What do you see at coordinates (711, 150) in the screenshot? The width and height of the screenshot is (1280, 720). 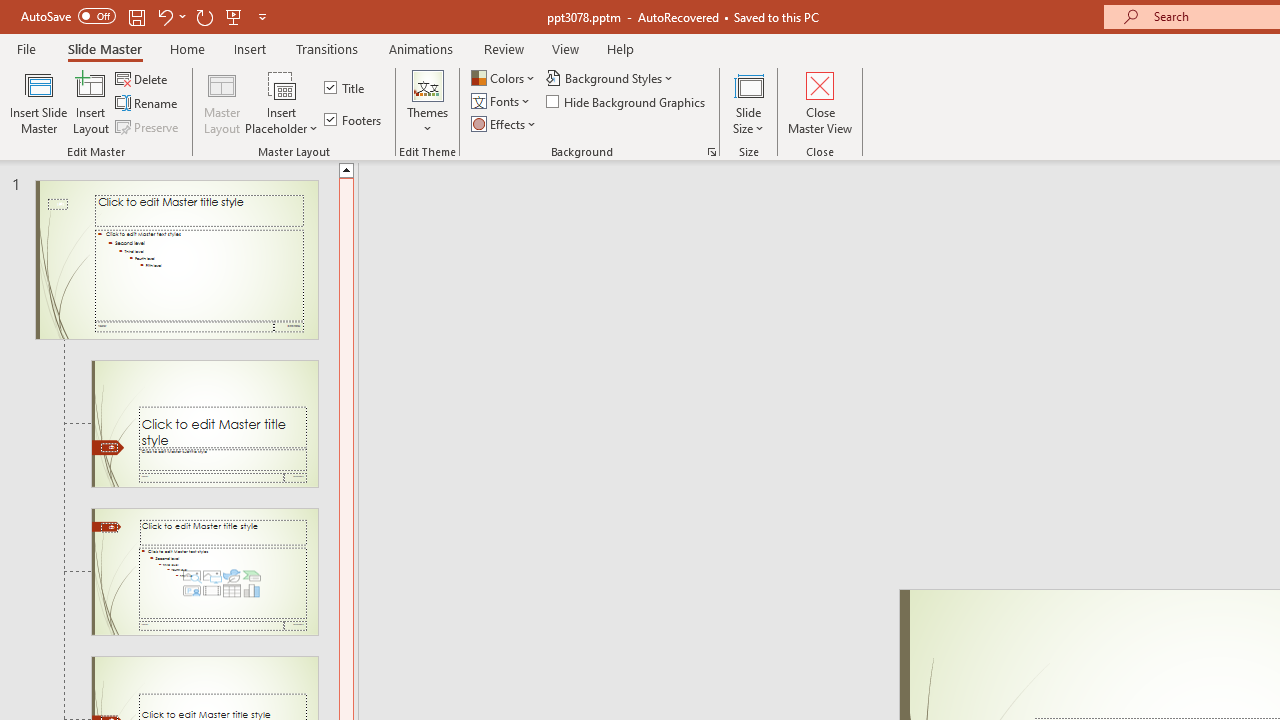 I see `'Format Background...'` at bounding box center [711, 150].